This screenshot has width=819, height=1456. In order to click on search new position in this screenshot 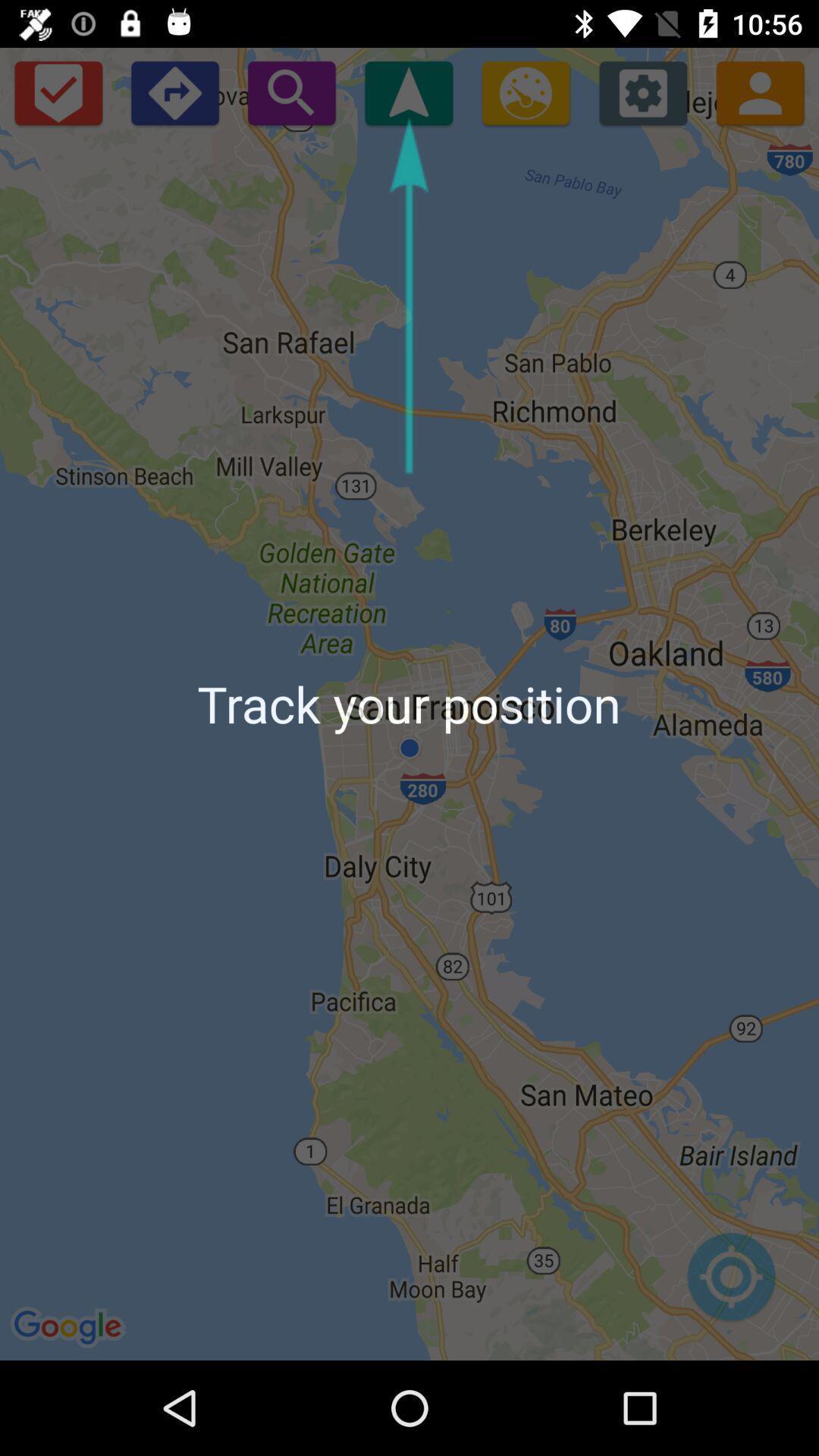, I will do `click(291, 92)`.